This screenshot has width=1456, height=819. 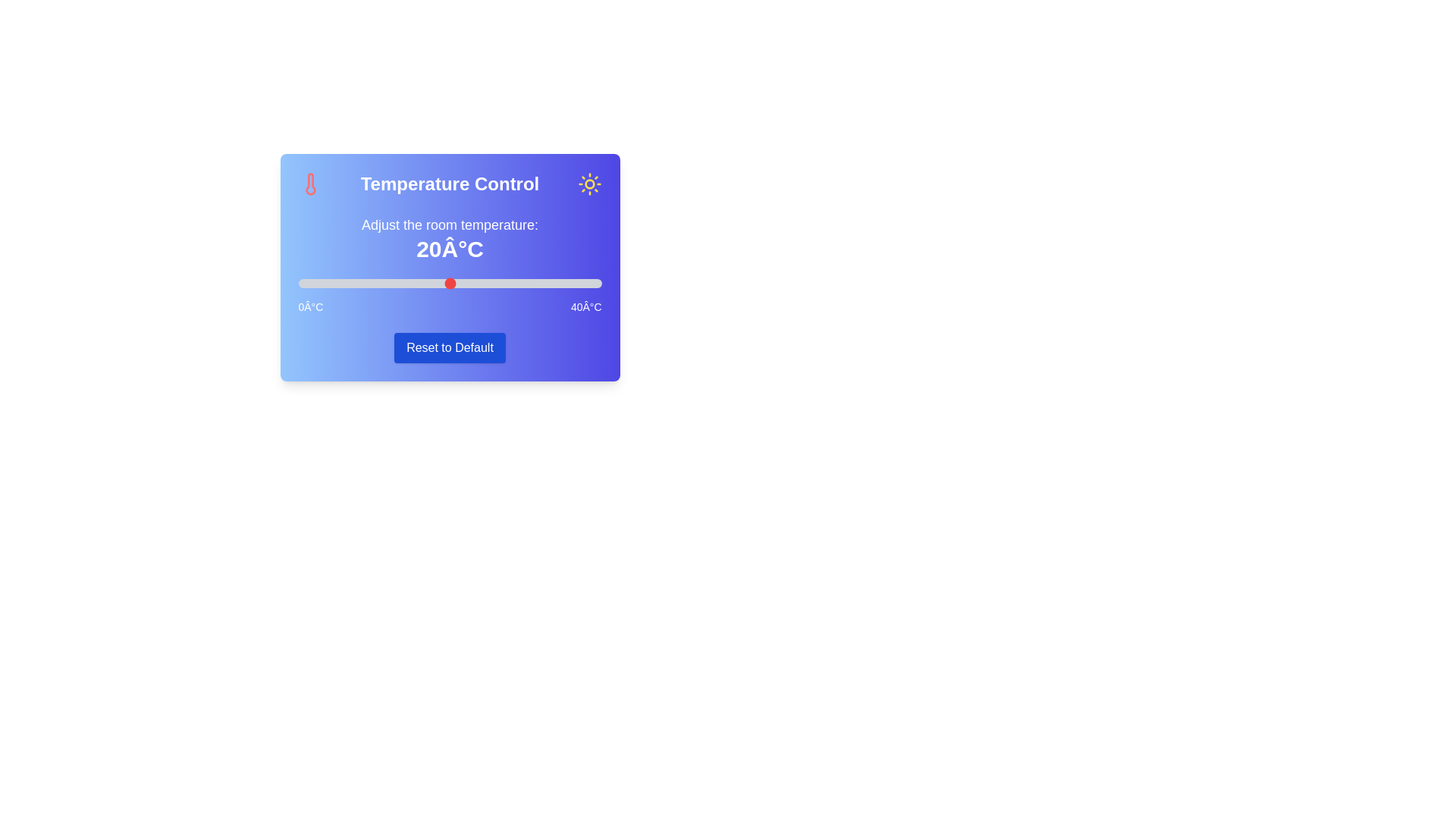 What do you see at coordinates (449, 348) in the screenshot?
I see `'Reset to Default' button to reset the temperature to the default value` at bounding box center [449, 348].